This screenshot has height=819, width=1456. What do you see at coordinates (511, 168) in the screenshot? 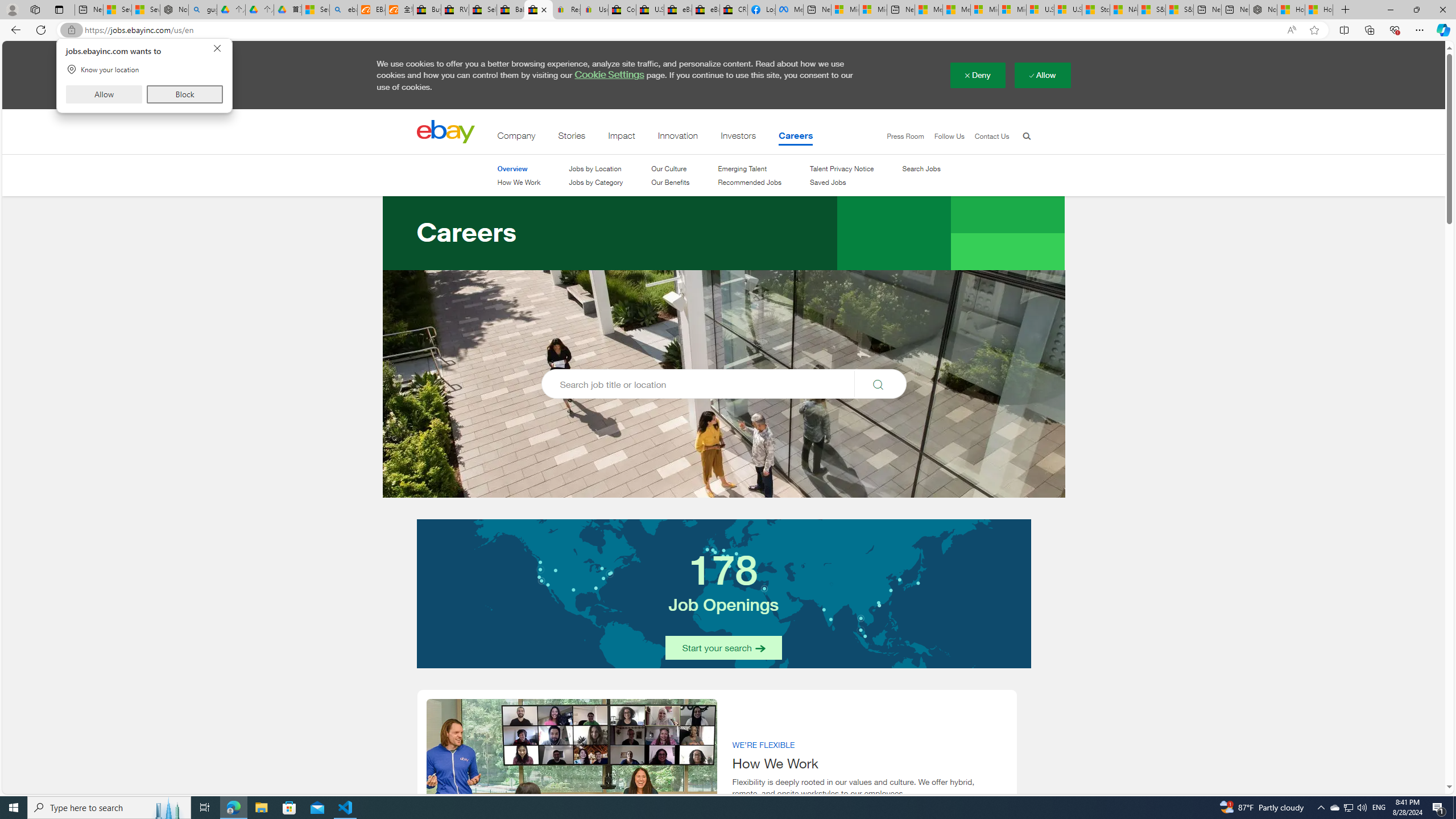
I see `'Overview'` at bounding box center [511, 168].